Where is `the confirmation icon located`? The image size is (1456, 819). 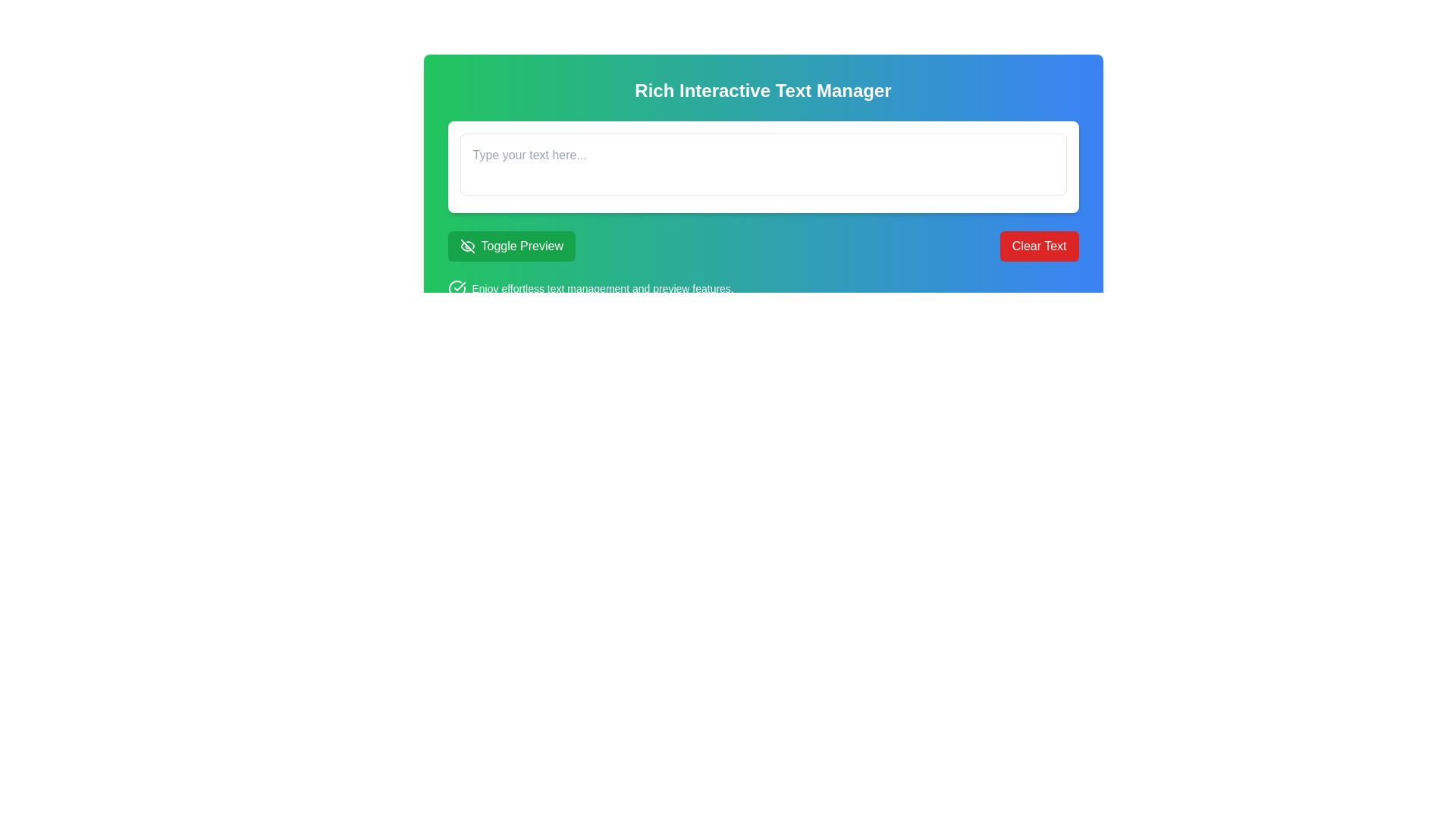
the confirmation icon located is located at coordinates (456, 289).